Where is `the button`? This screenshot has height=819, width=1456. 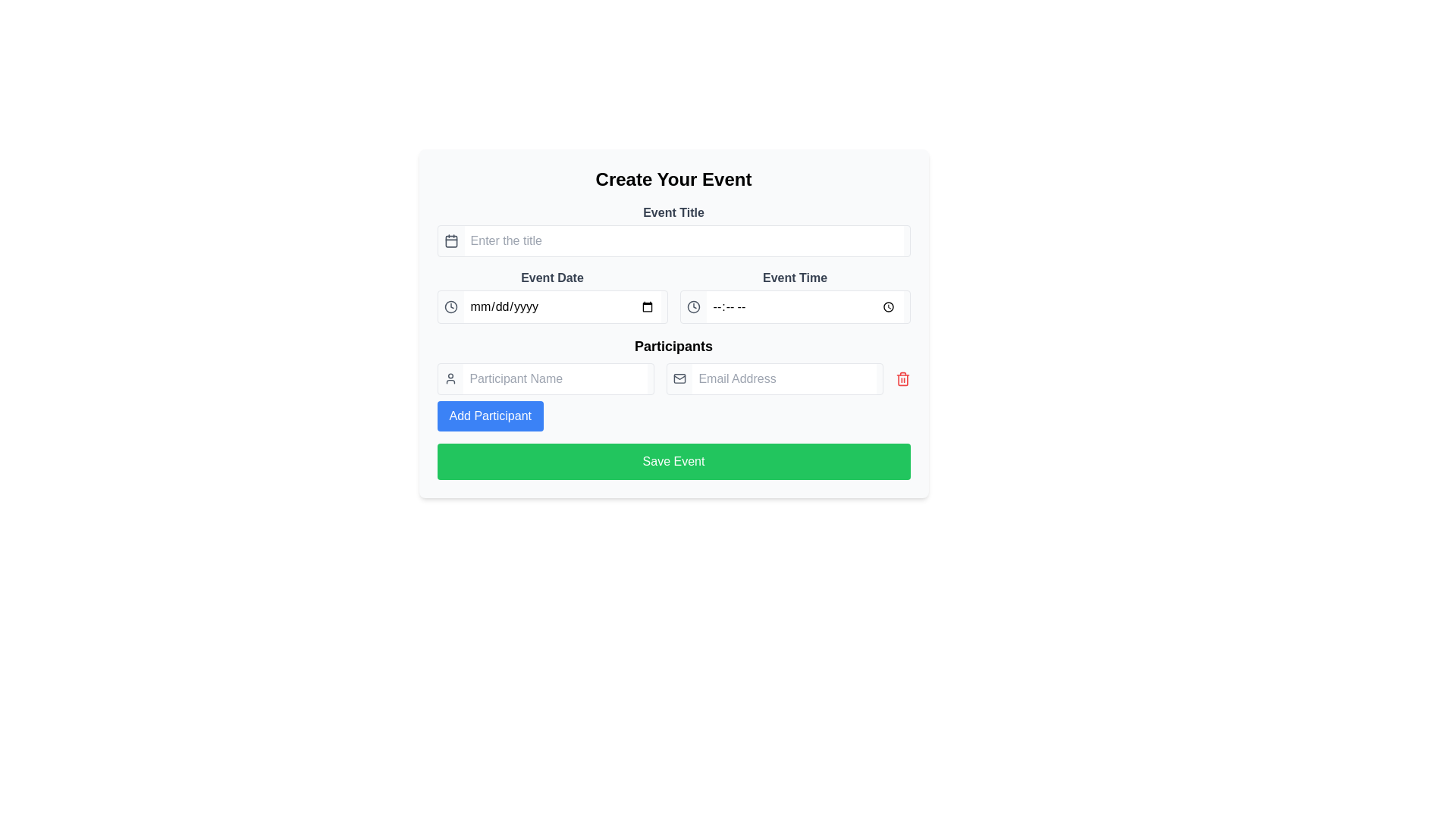 the button is located at coordinates (490, 416).